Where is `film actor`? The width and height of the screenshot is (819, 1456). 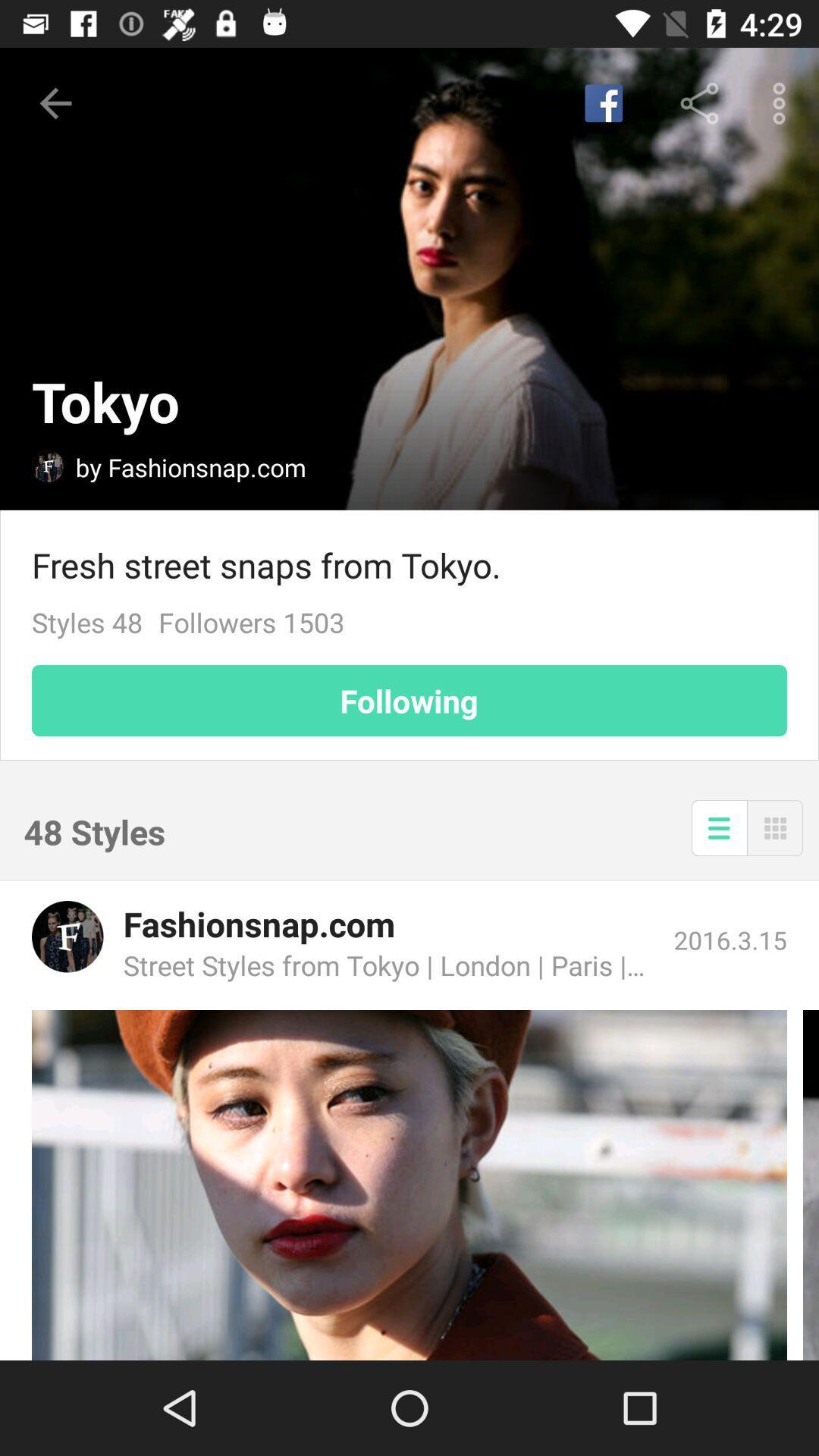
film actor is located at coordinates (409, 1185).